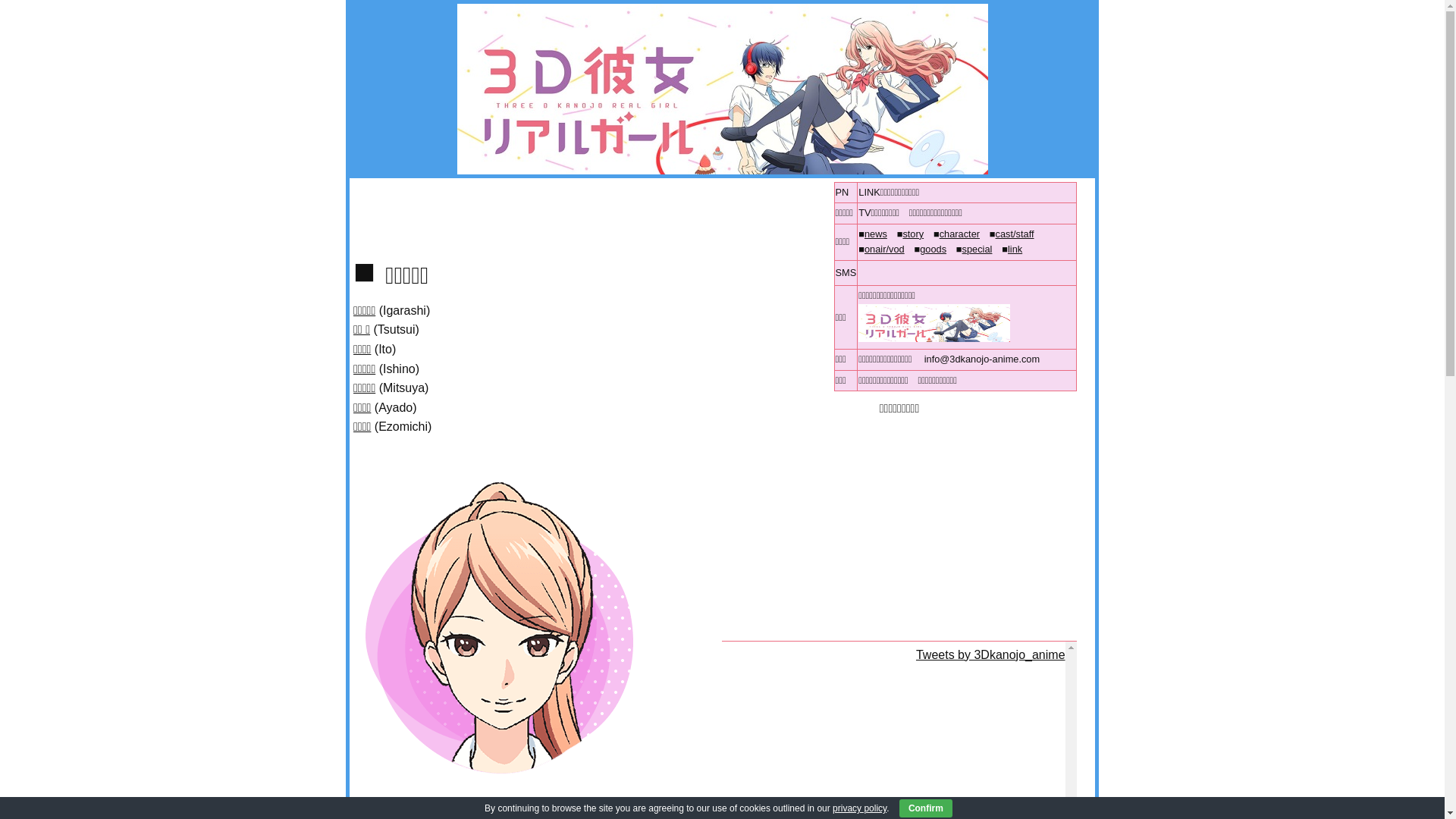  What do you see at coordinates (884, 248) in the screenshot?
I see `'onair/vod'` at bounding box center [884, 248].